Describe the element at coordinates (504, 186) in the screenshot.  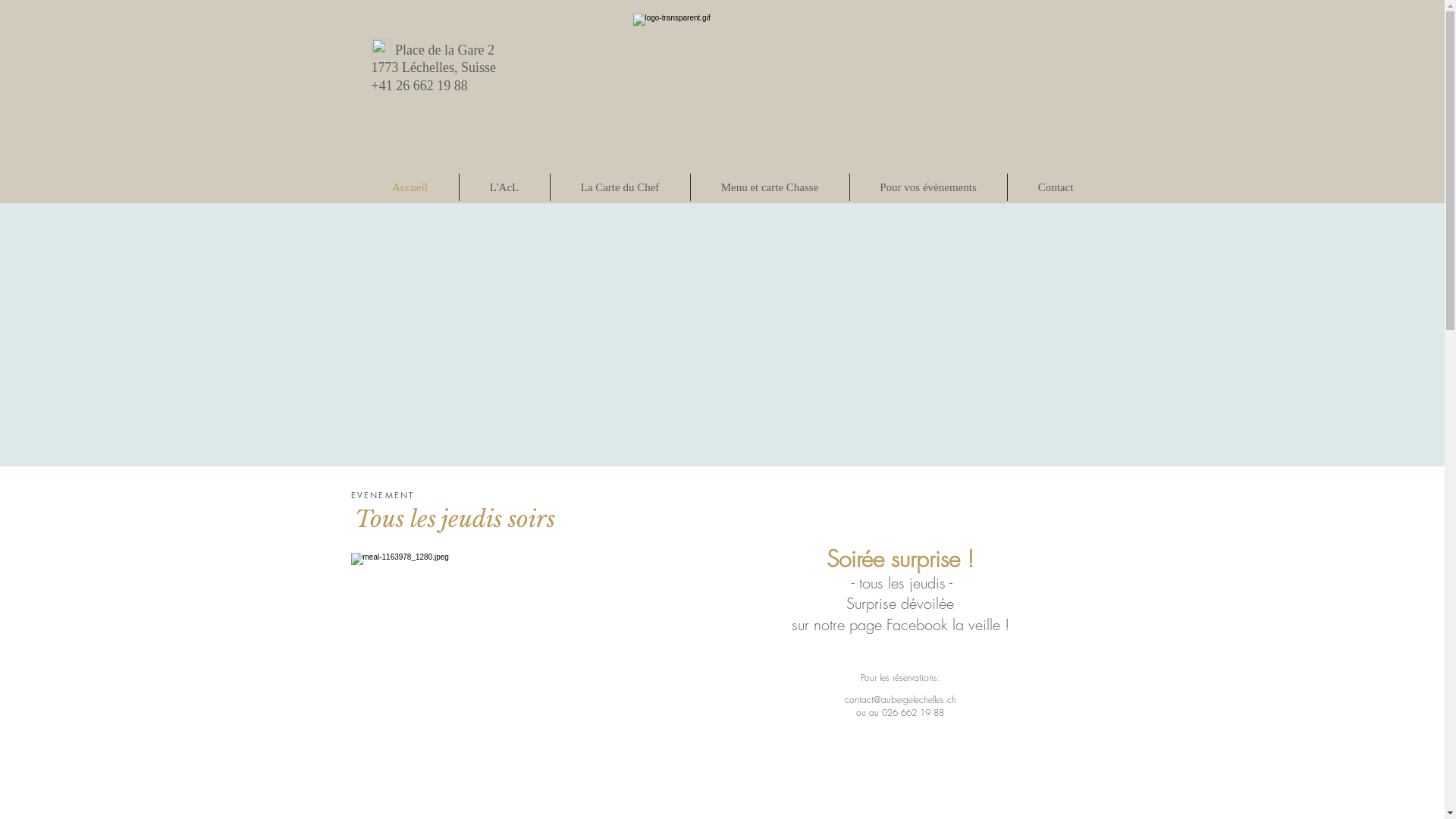
I see `'L'AcL'` at that location.